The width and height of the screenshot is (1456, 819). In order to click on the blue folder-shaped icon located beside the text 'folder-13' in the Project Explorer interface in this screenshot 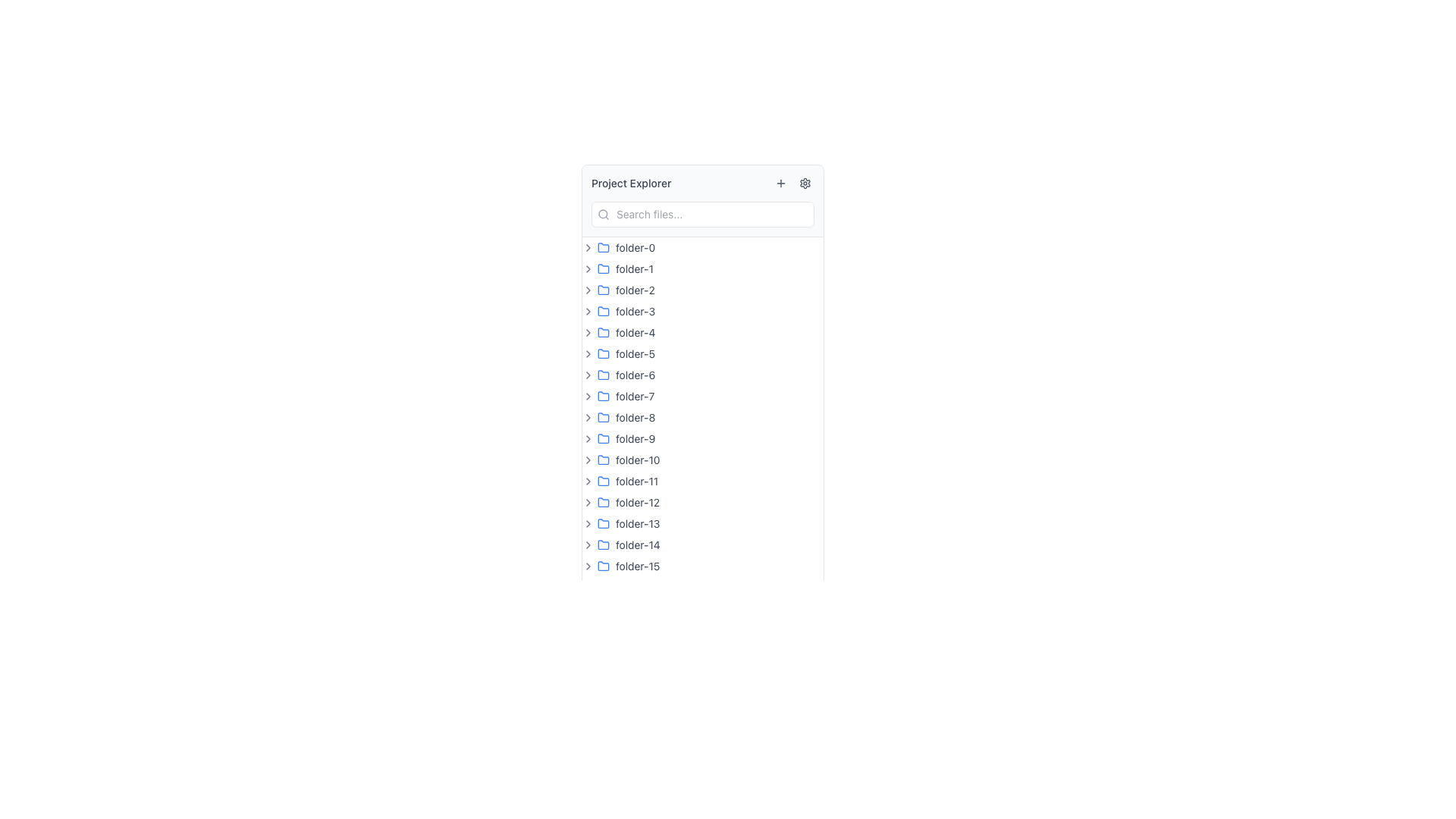, I will do `click(603, 522)`.